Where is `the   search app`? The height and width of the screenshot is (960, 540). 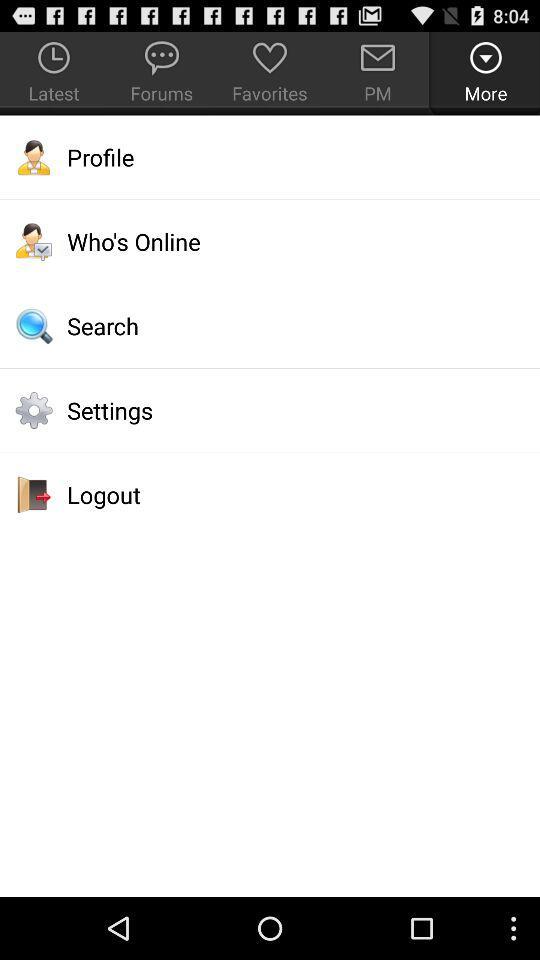
the   search app is located at coordinates (270, 326).